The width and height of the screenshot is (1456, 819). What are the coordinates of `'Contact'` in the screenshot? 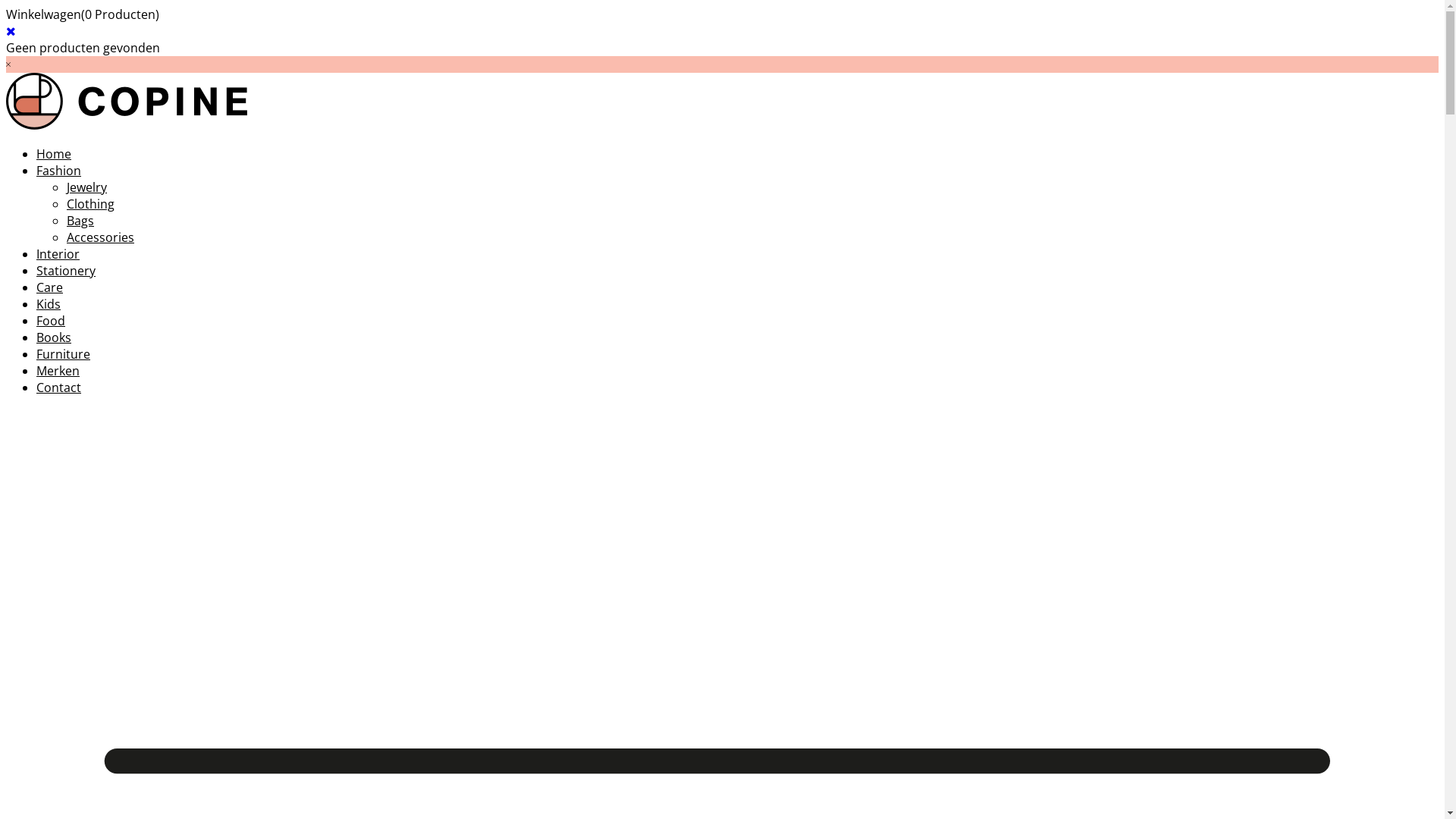 It's located at (58, 386).